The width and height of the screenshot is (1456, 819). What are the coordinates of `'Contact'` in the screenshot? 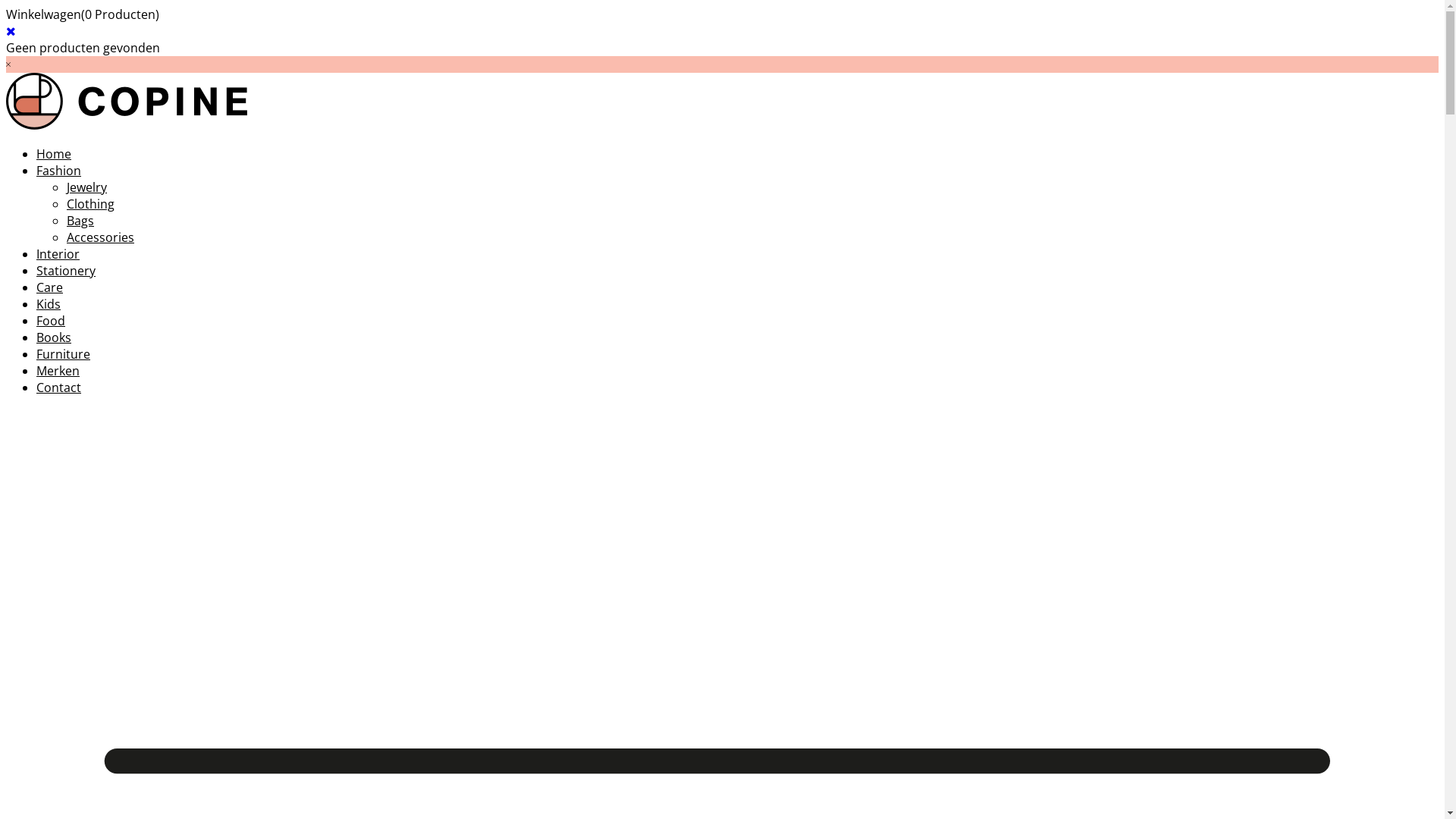 It's located at (58, 386).